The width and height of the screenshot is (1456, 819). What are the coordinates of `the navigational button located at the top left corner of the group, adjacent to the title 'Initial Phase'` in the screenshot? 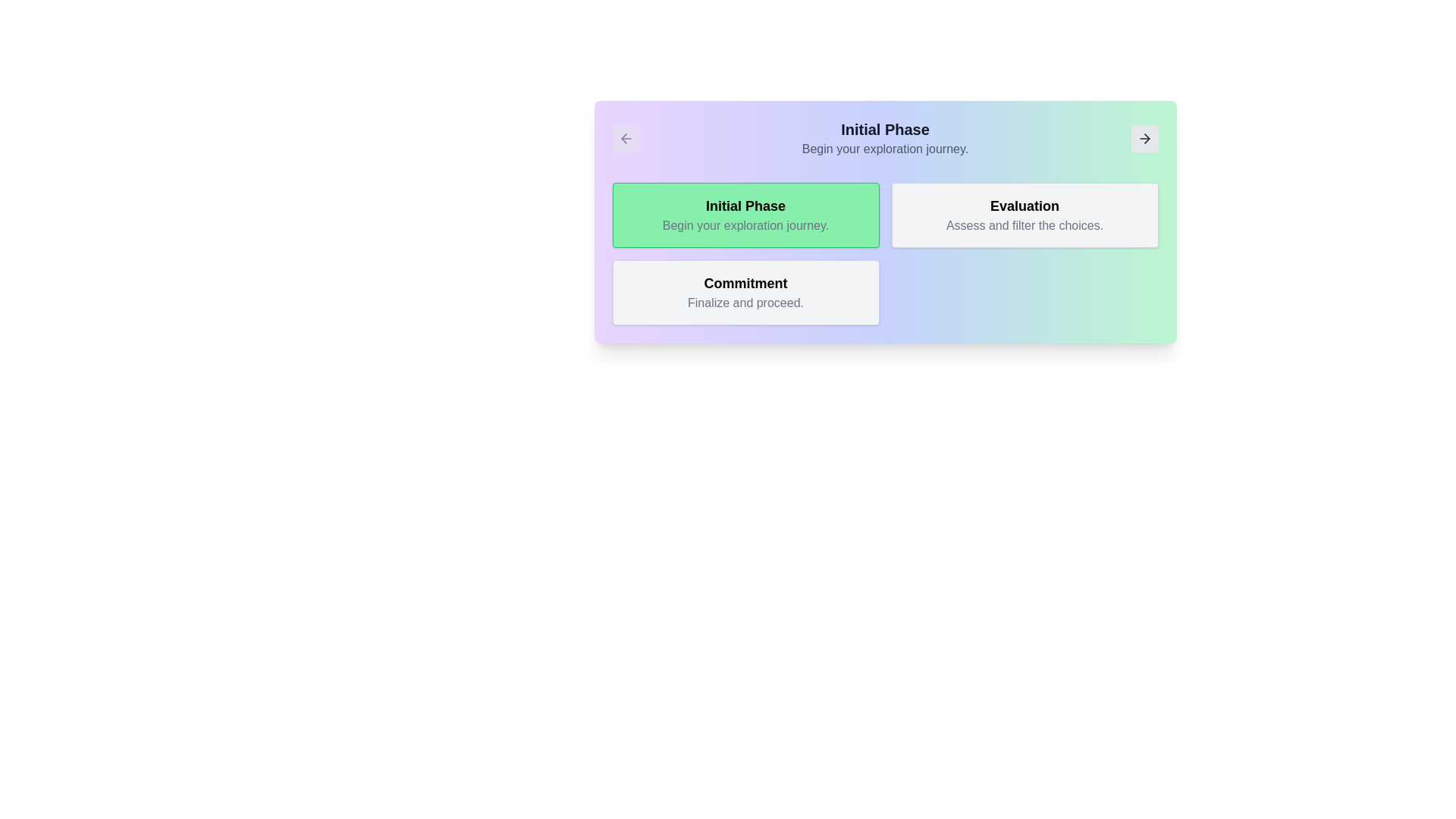 It's located at (626, 138).